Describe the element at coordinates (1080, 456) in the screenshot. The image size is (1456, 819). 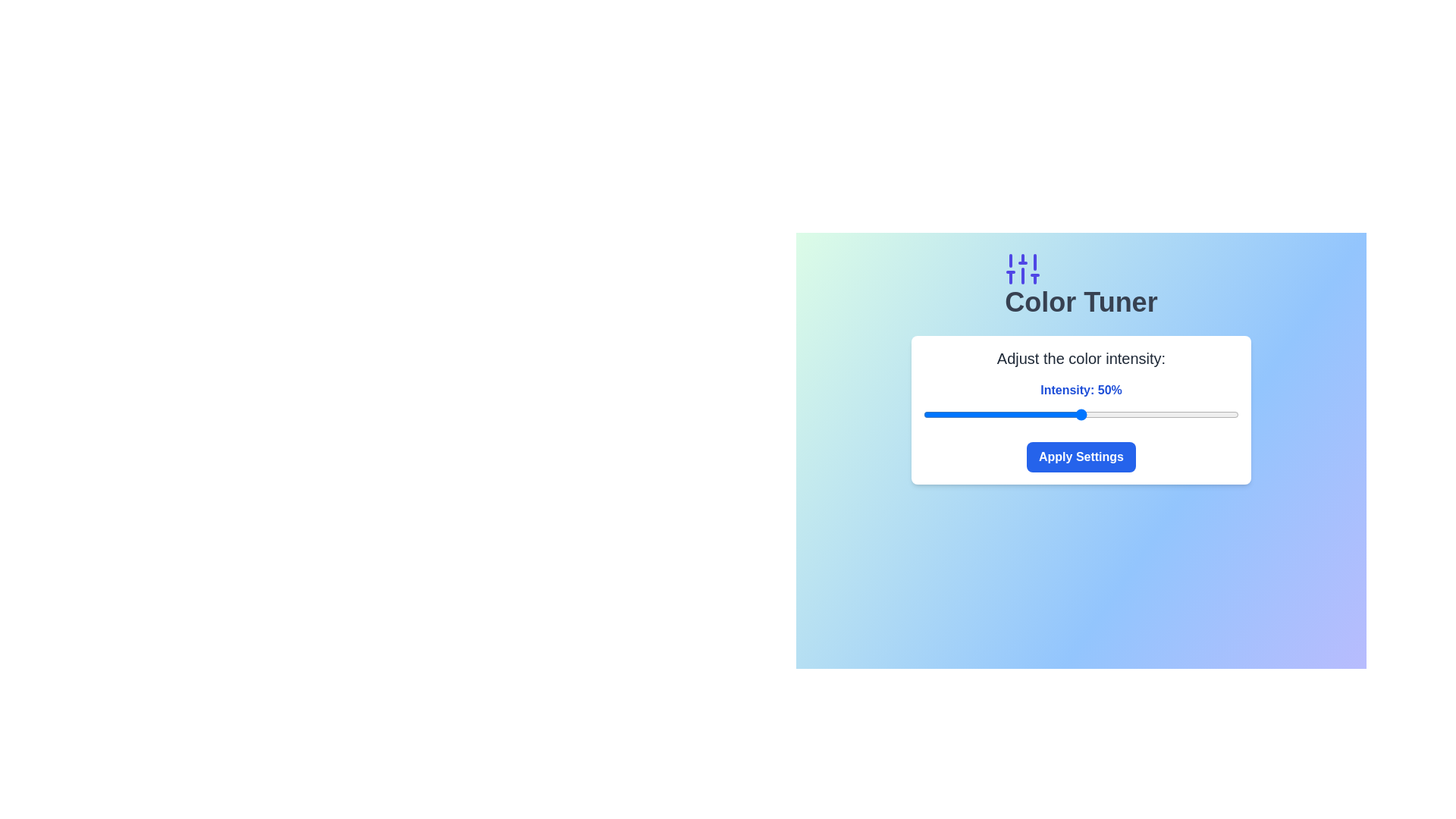
I see `the 'Apply Settings' button` at that location.